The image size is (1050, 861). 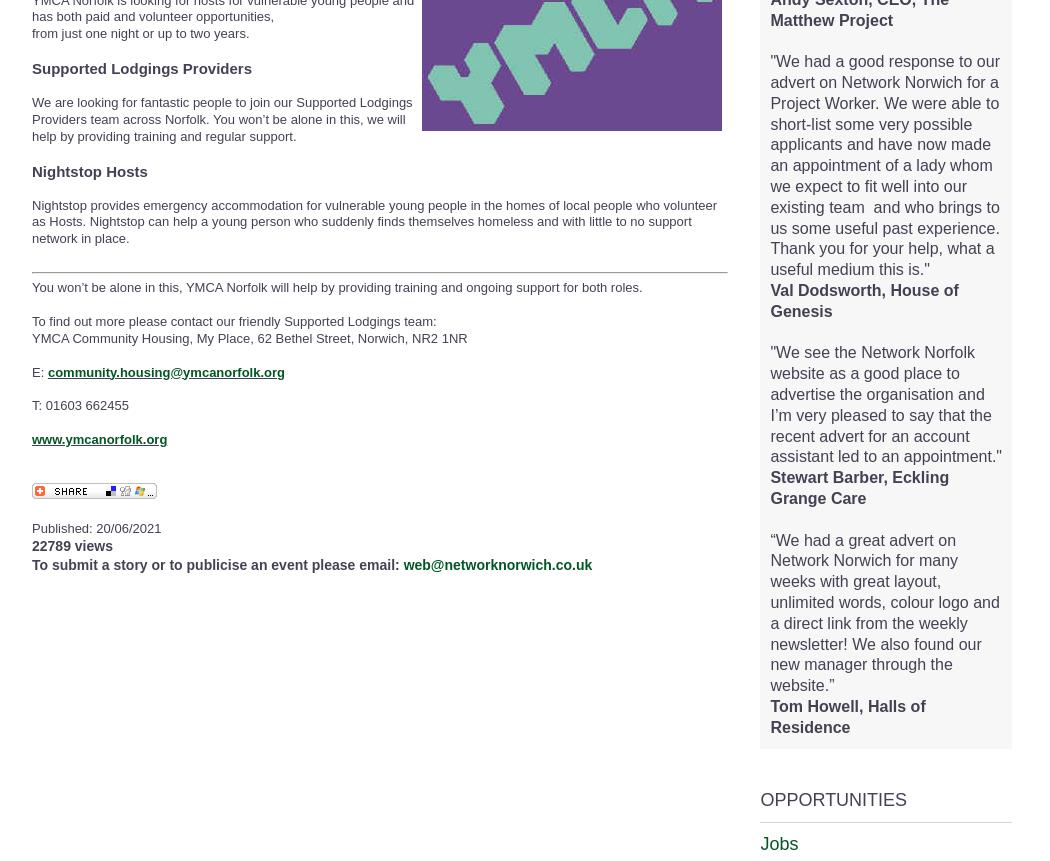 What do you see at coordinates (165, 371) in the screenshot?
I see `'community.housing@ymcanorfolk.org'` at bounding box center [165, 371].